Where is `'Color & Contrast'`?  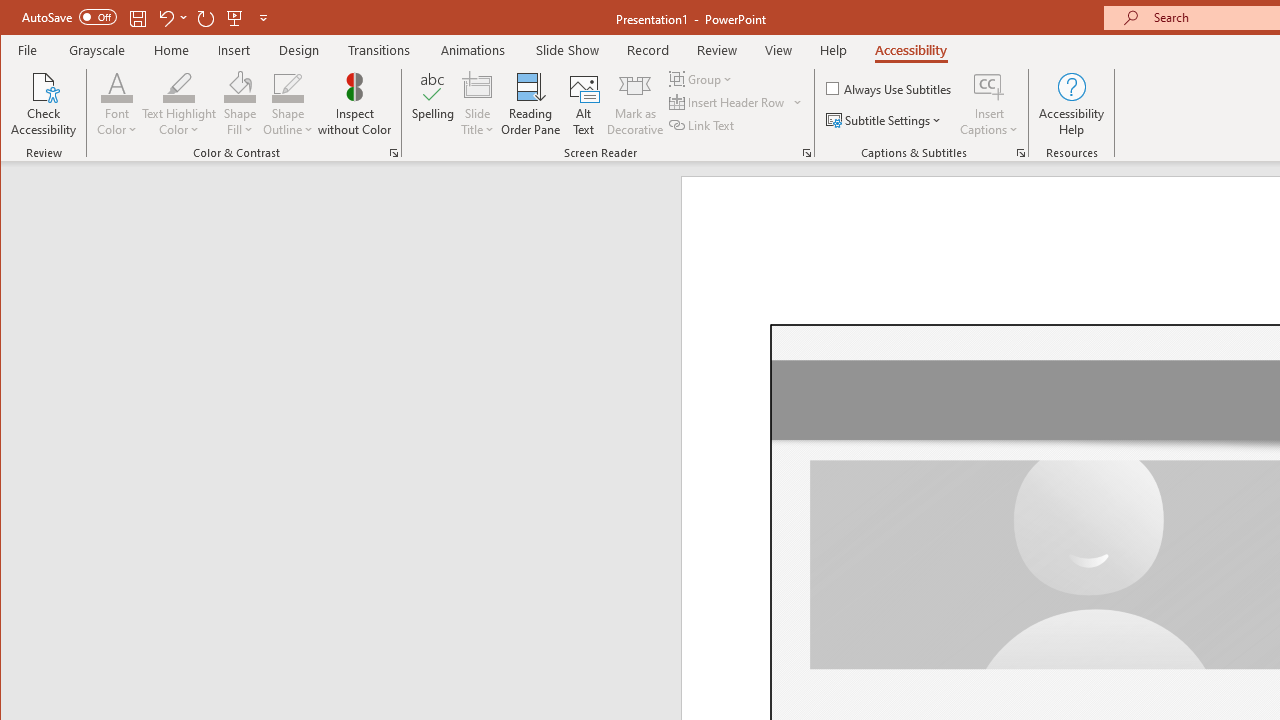
'Color & Contrast' is located at coordinates (394, 152).